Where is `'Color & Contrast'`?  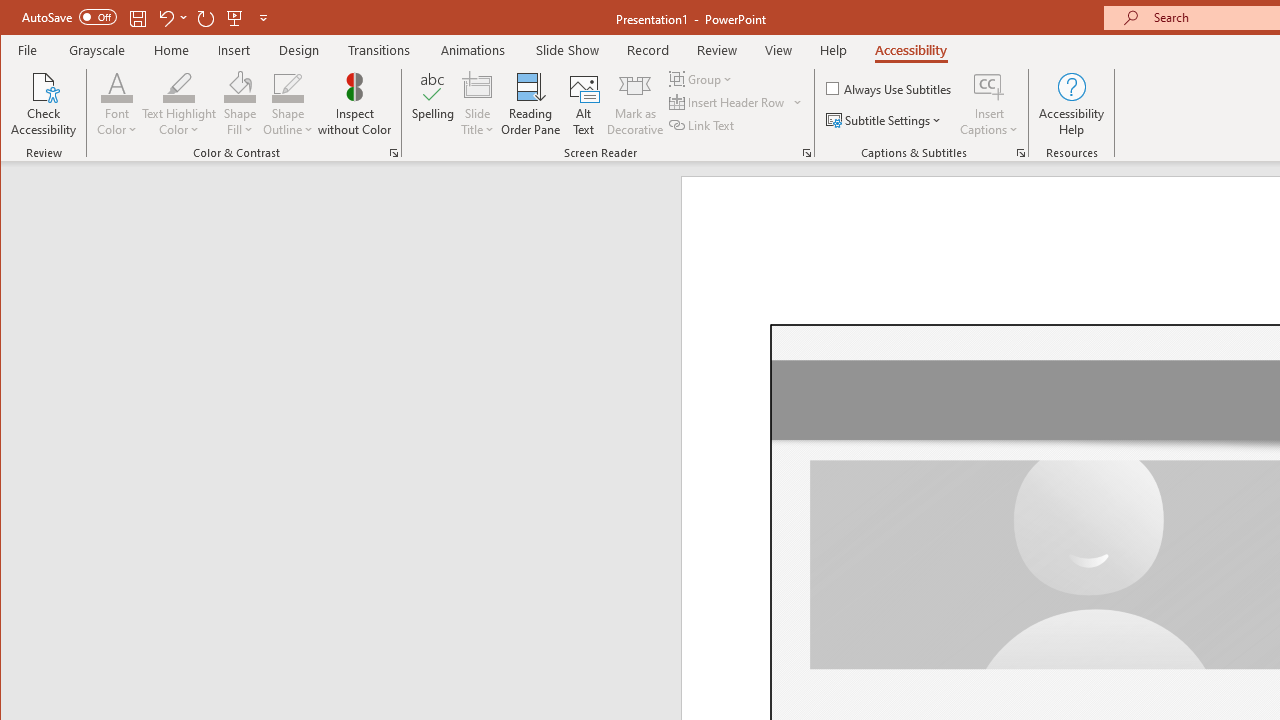
'Color & Contrast' is located at coordinates (394, 152).